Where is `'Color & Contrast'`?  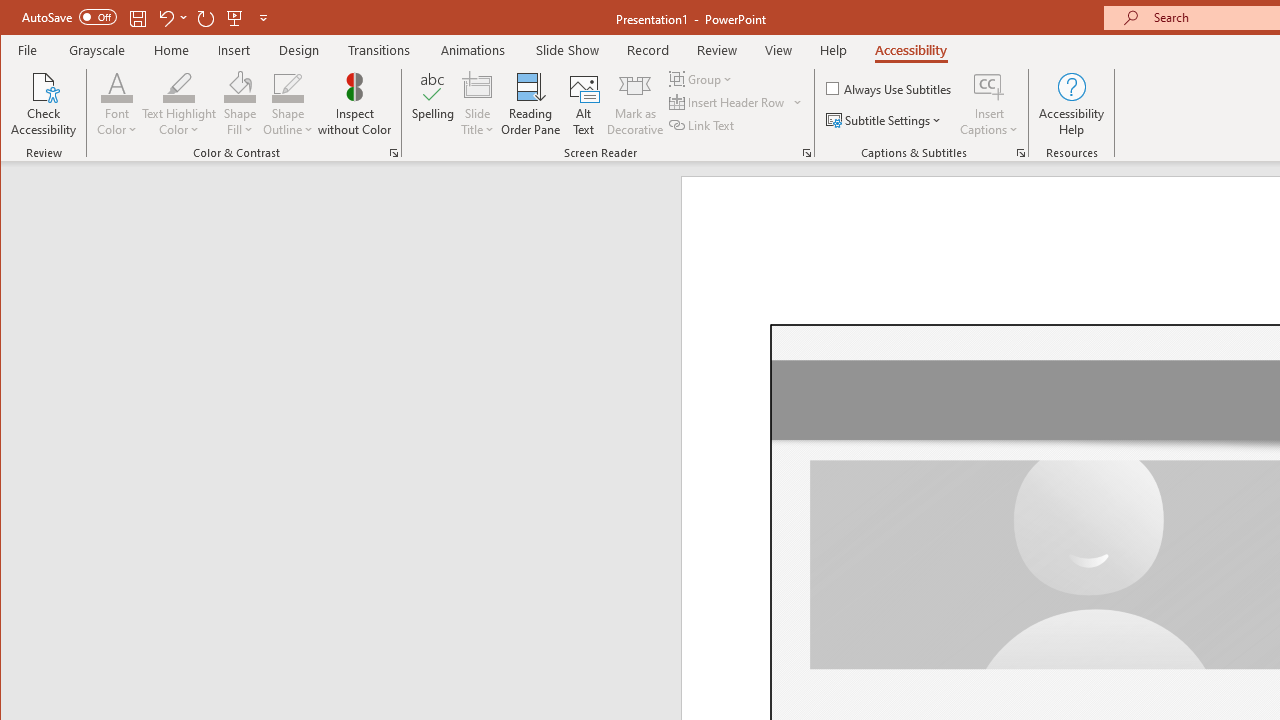
'Color & Contrast' is located at coordinates (394, 152).